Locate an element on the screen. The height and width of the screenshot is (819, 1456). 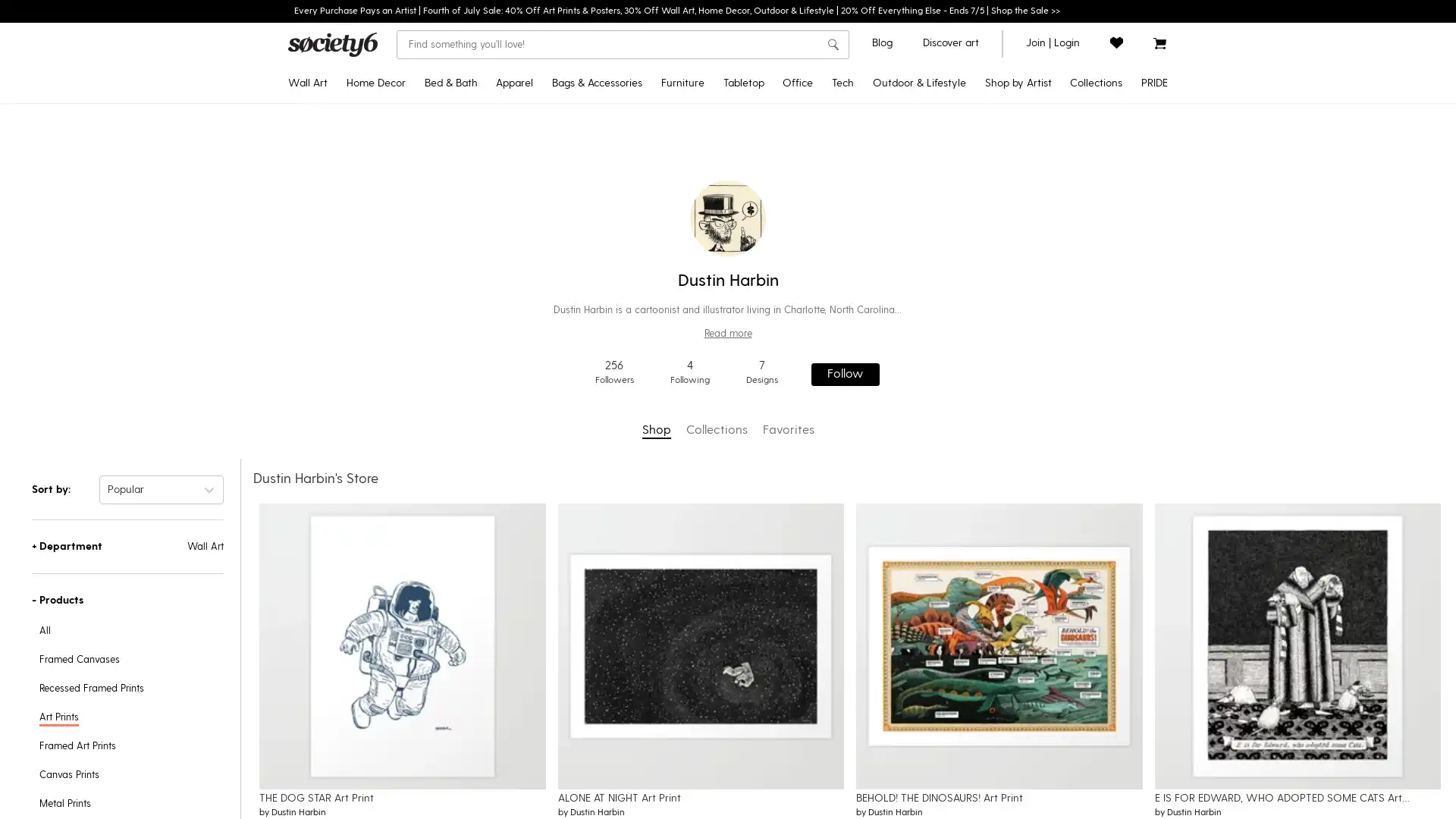
Coasters is located at coordinates (771, 243).